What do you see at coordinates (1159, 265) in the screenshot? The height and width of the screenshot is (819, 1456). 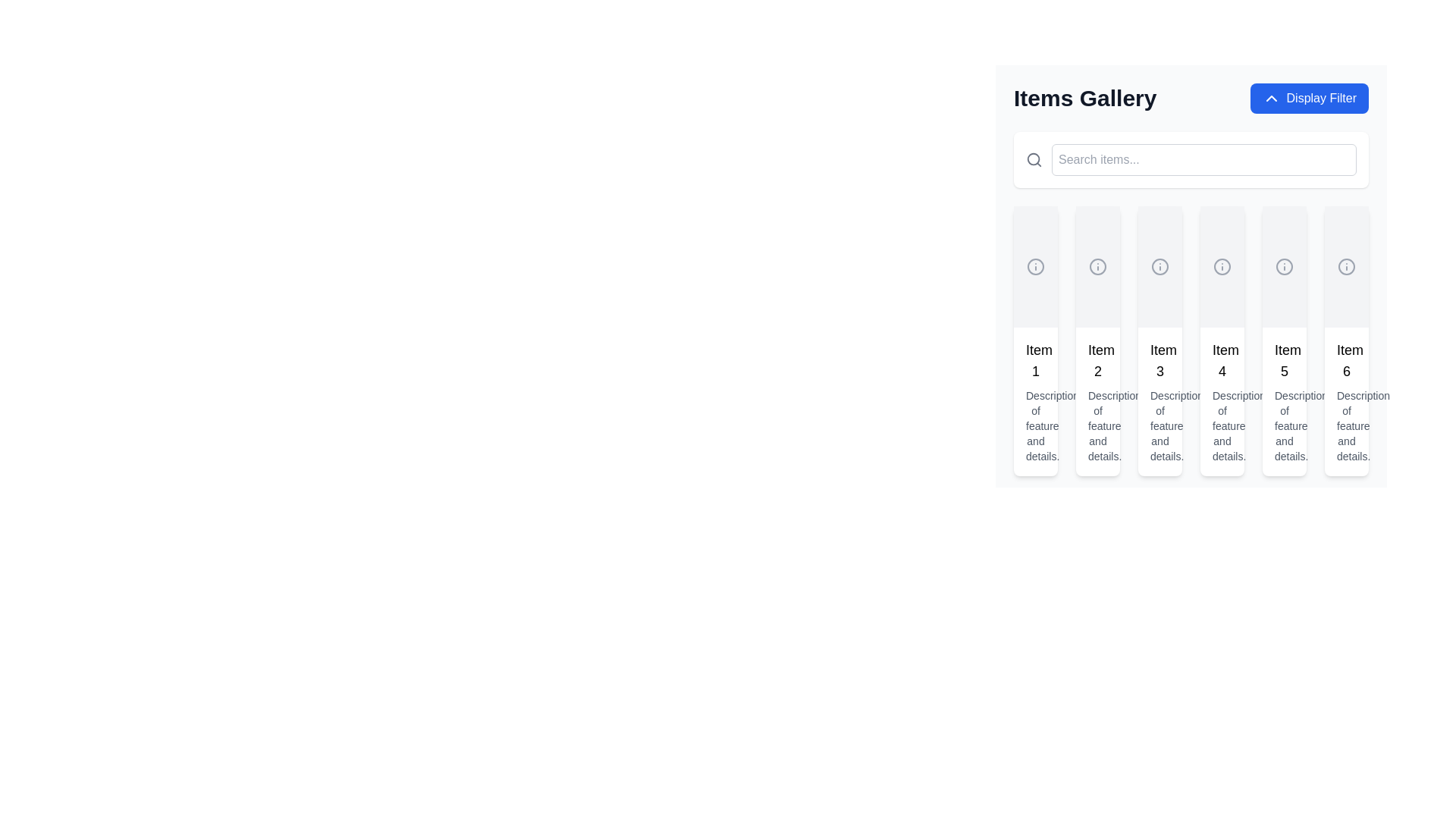 I see `the SVG circle element in the third column of the gallery item` at bounding box center [1159, 265].